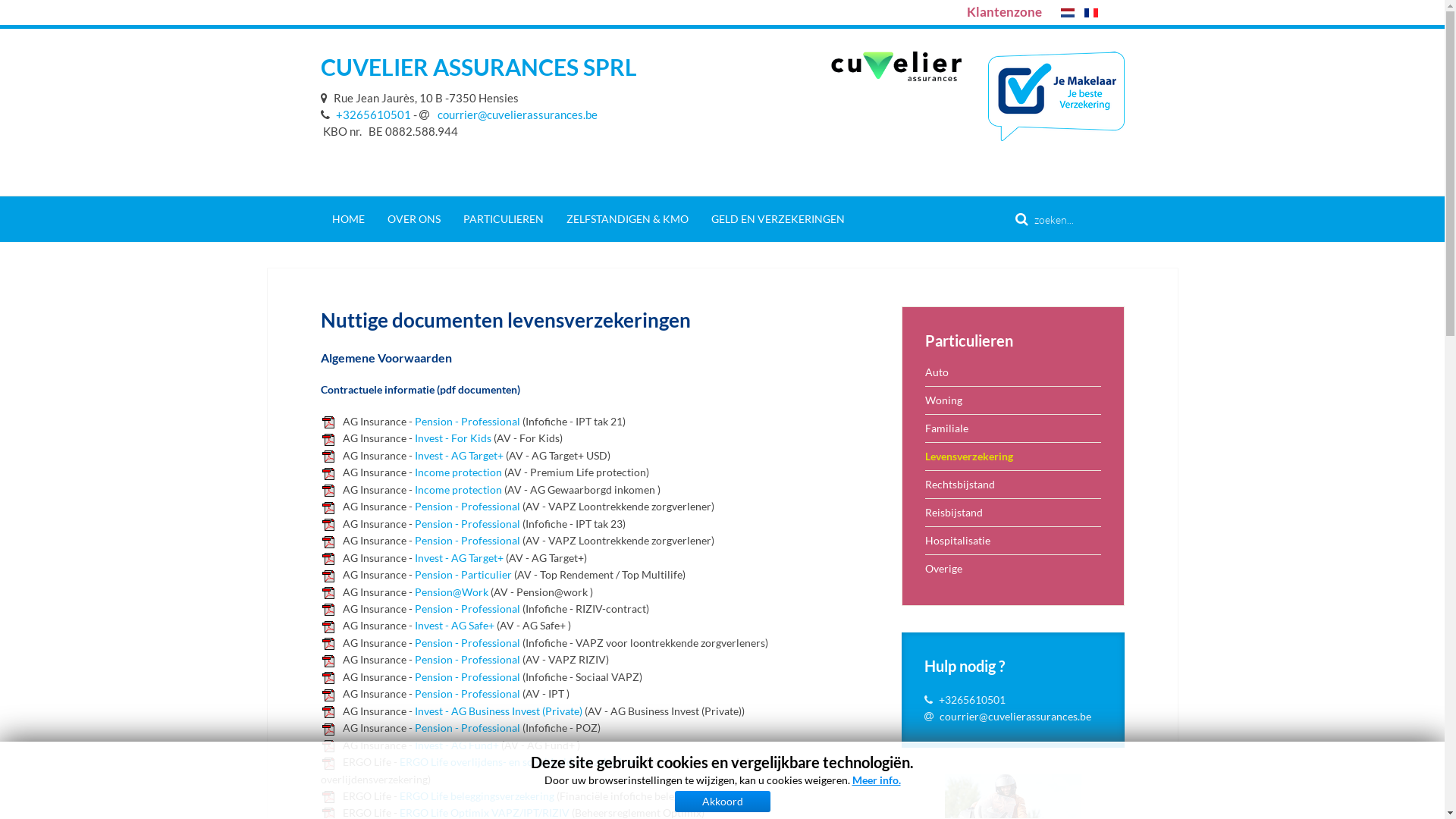 The width and height of the screenshot is (1456, 819). Describe the element at coordinates (507, 113) in the screenshot. I see `'   courrier@cuvelierassurances.be'` at that location.